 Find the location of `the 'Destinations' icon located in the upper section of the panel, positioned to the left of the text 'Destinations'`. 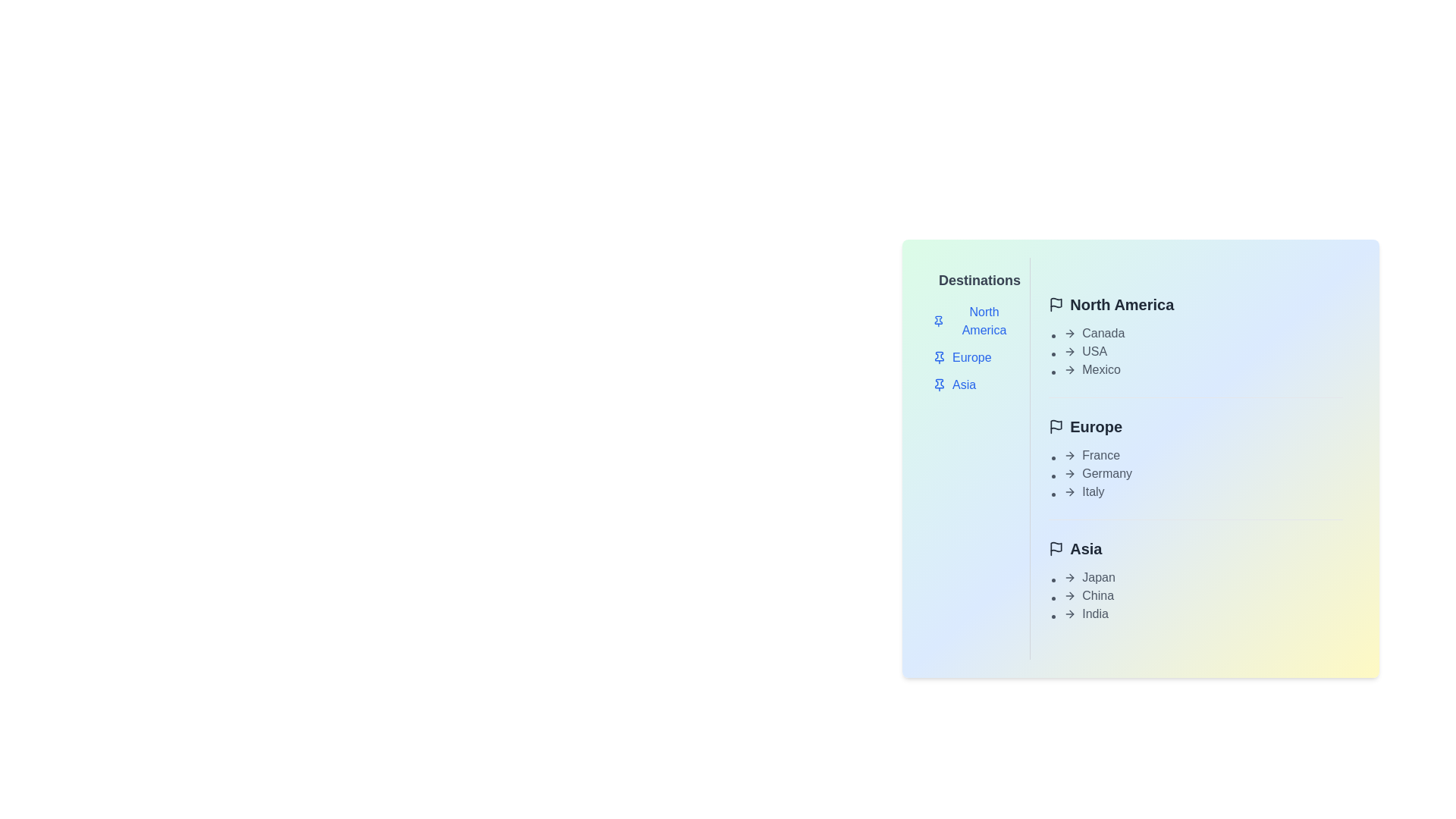

the 'Destinations' icon located in the upper section of the panel, positioned to the left of the text 'Destinations' is located at coordinates (941, 281).